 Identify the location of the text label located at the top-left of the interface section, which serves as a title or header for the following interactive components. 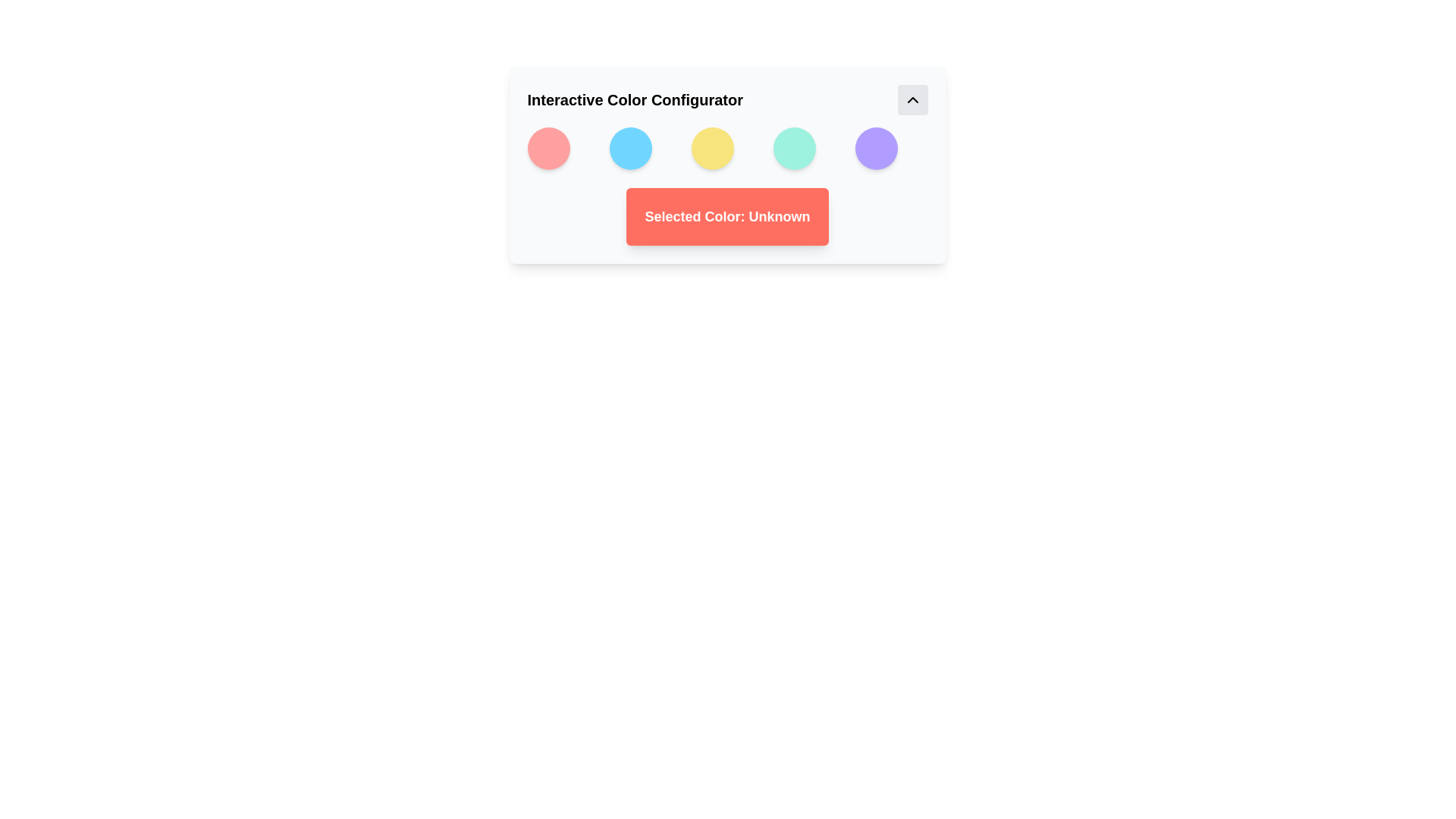
(635, 99).